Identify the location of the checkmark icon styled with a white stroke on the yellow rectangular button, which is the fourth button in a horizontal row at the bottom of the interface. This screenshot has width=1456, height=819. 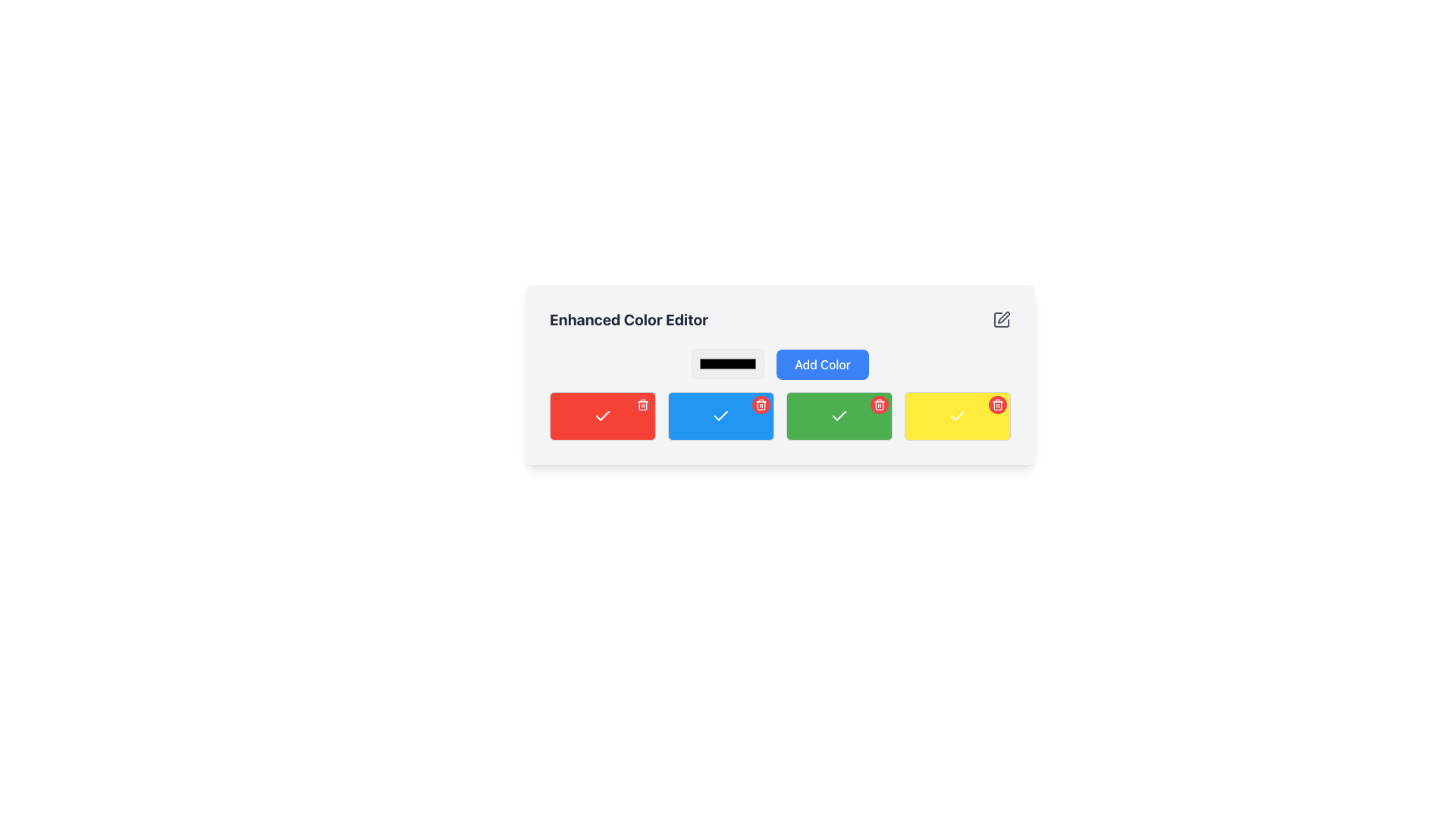
(956, 416).